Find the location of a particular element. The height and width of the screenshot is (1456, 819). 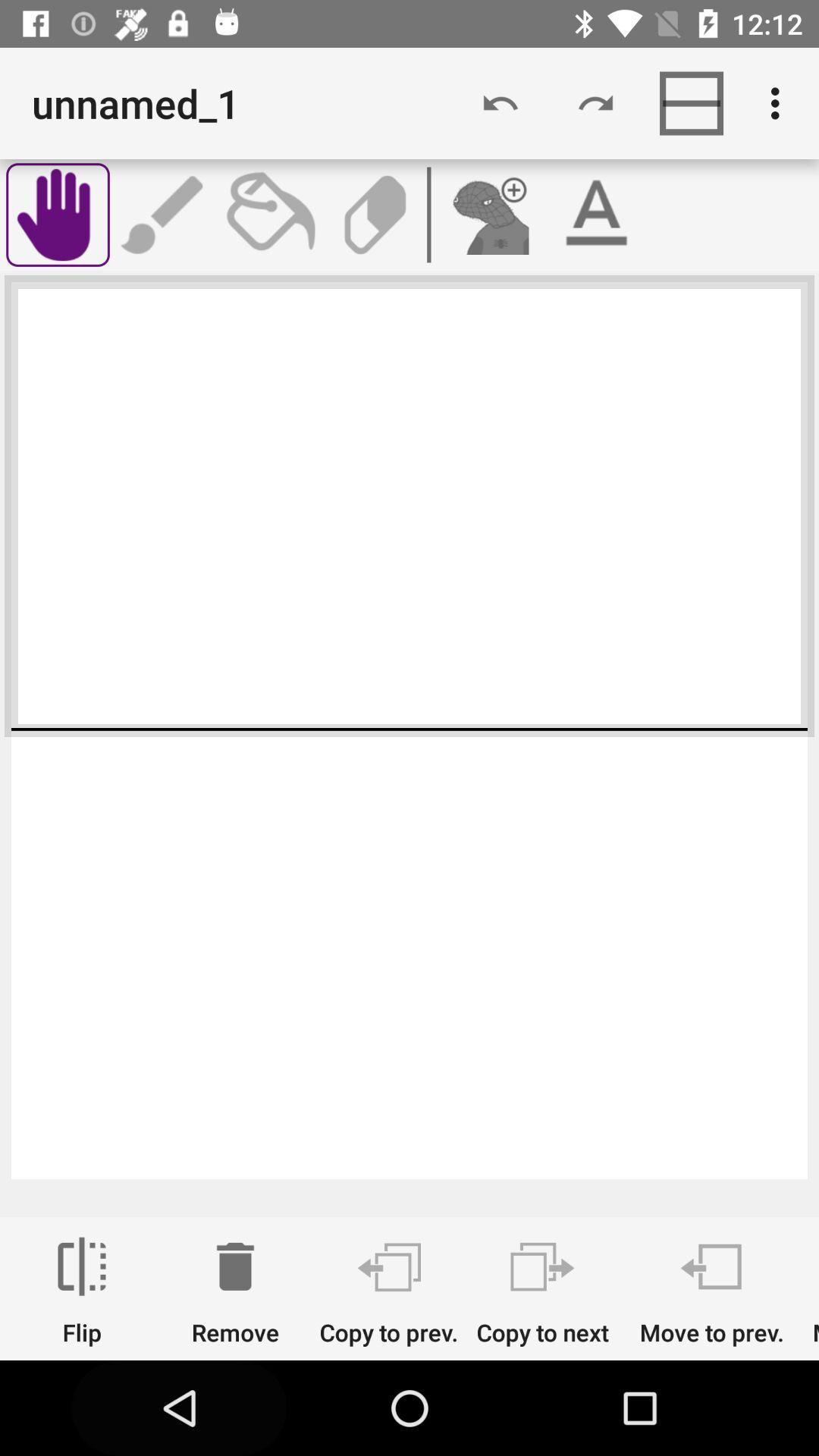

flip icon is located at coordinates (82, 1291).